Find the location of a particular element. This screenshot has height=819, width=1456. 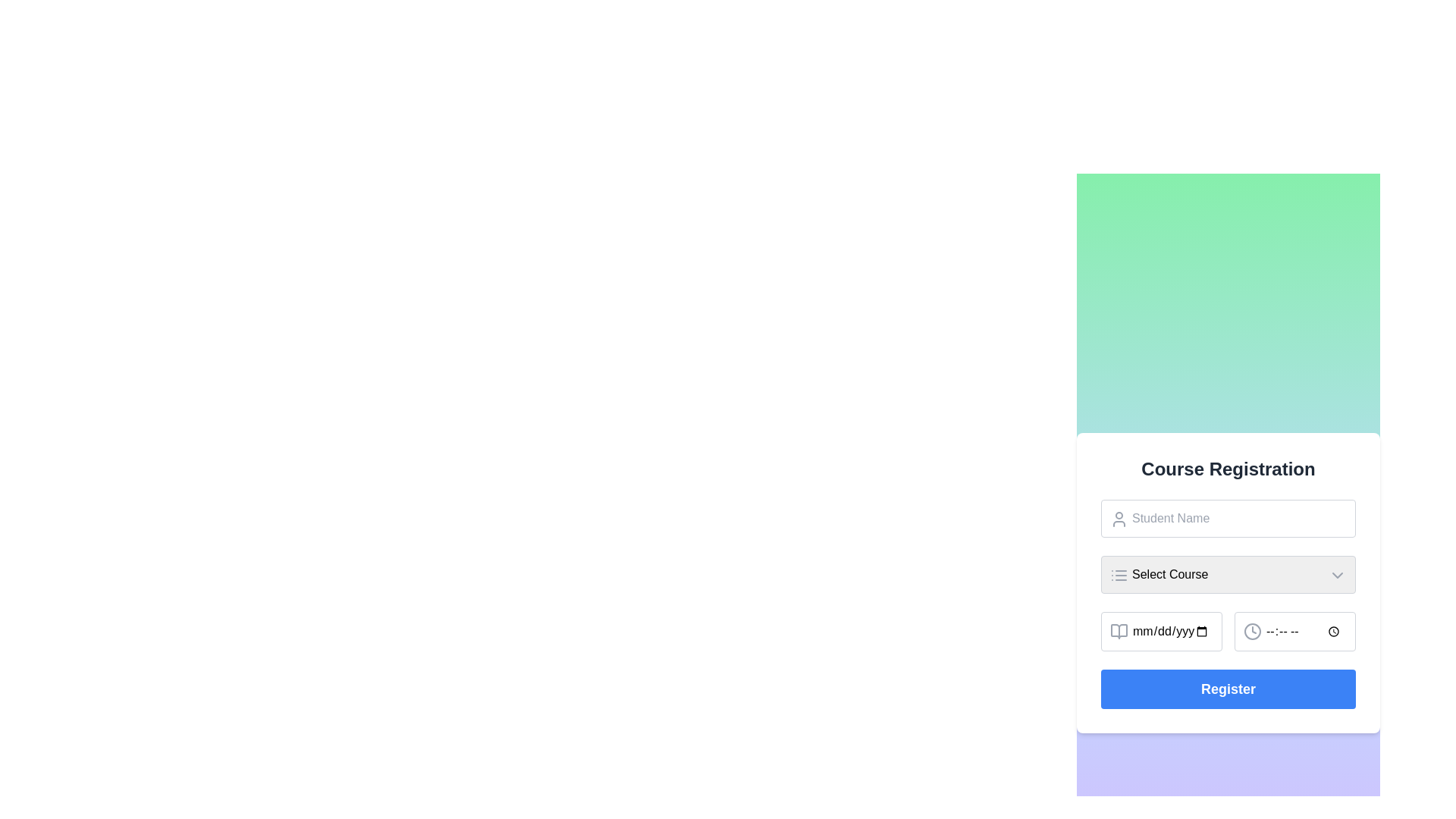

the Dropdown Menu located centrally in the 'Course Registration' form is located at coordinates (1228, 575).